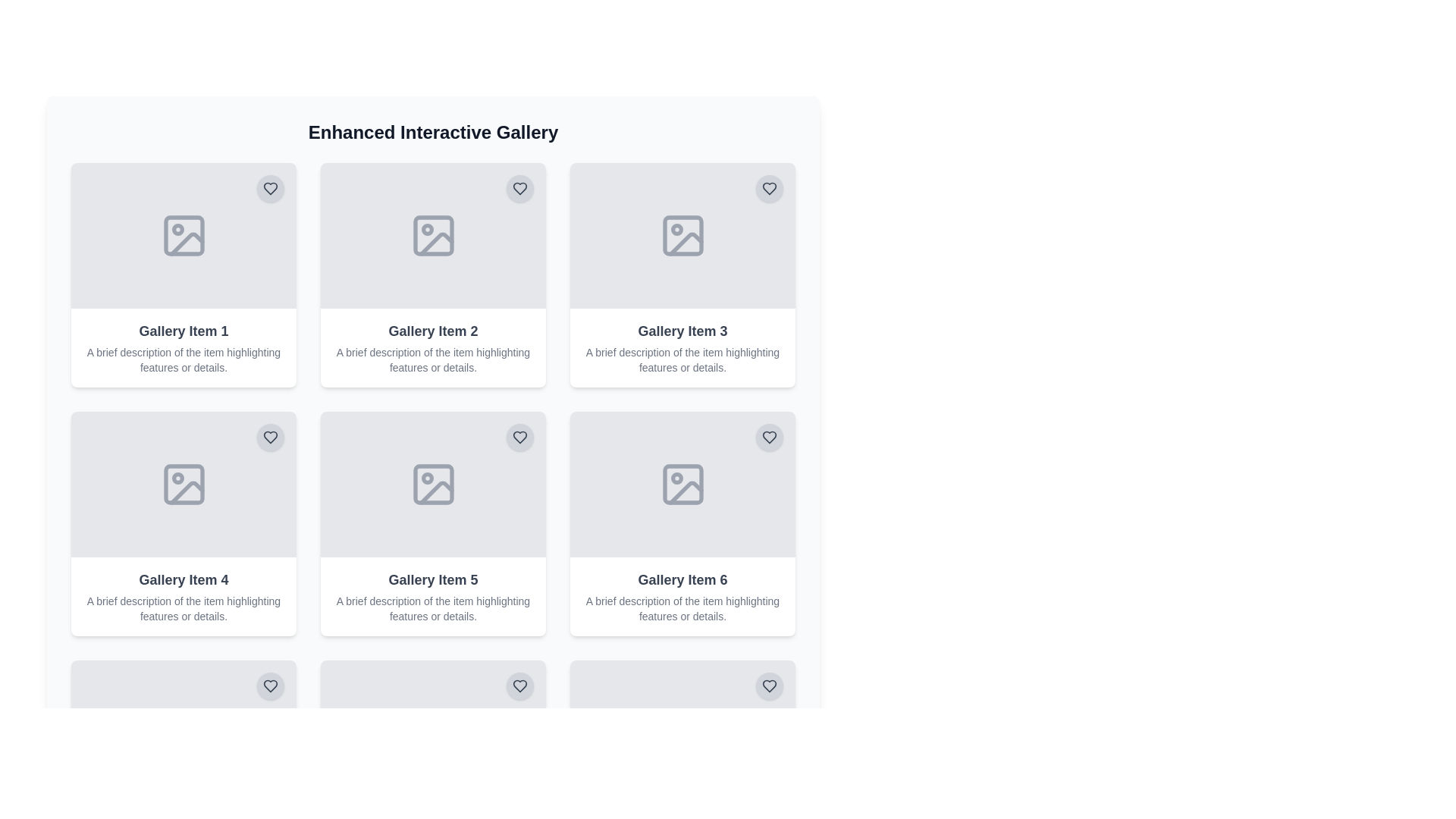 Image resolution: width=1456 pixels, height=819 pixels. What do you see at coordinates (682, 733) in the screenshot?
I see `image placeholder icon located in the sixth item of a 2x3 grid layout in the gallery, positioned above the text details of 'Gallery Item 6'` at bounding box center [682, 733].